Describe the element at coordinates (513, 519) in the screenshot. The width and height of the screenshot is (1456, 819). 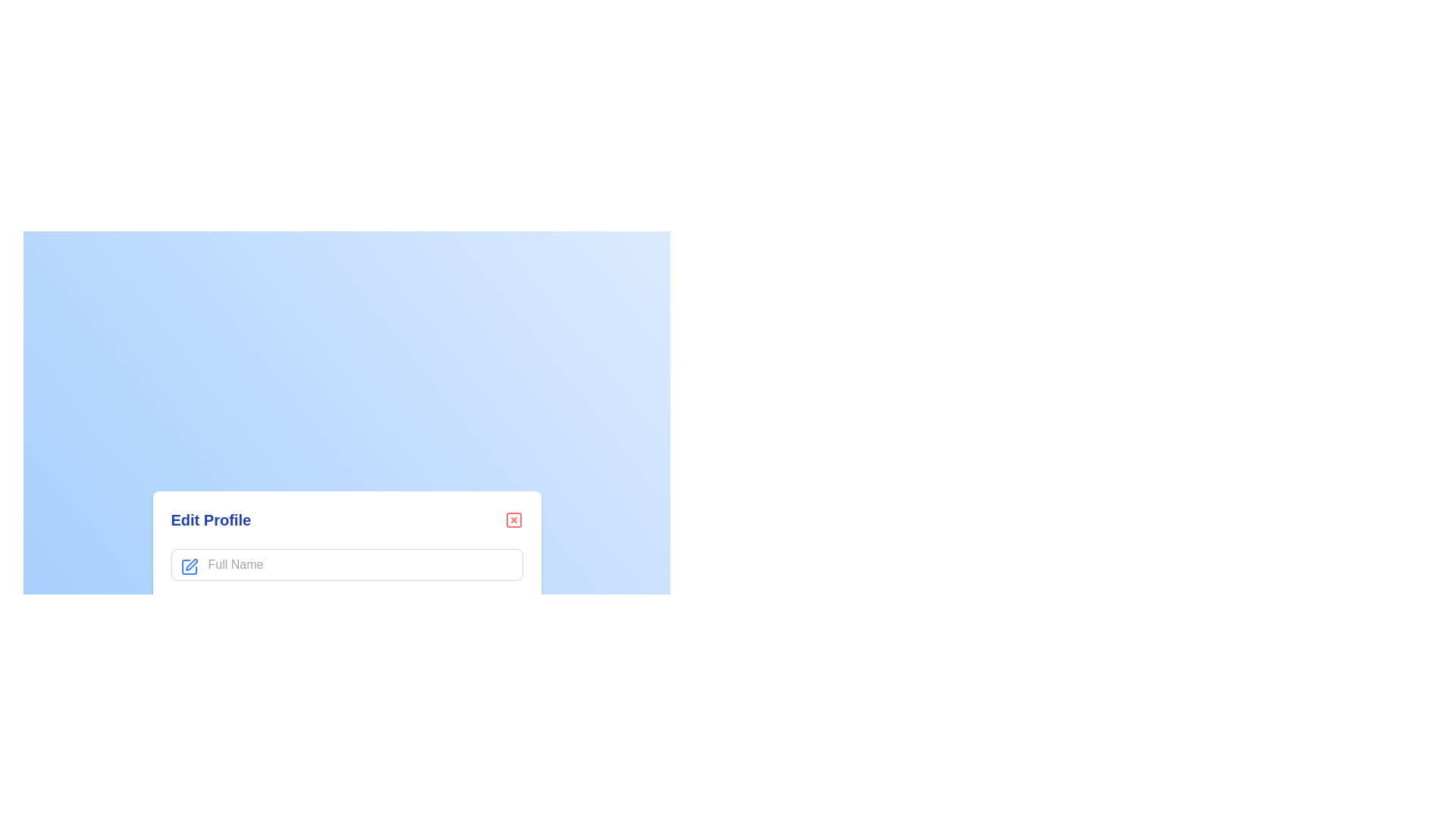
I see `the close button located at the top-right corner of the 'Edit Profile' section` at that location.